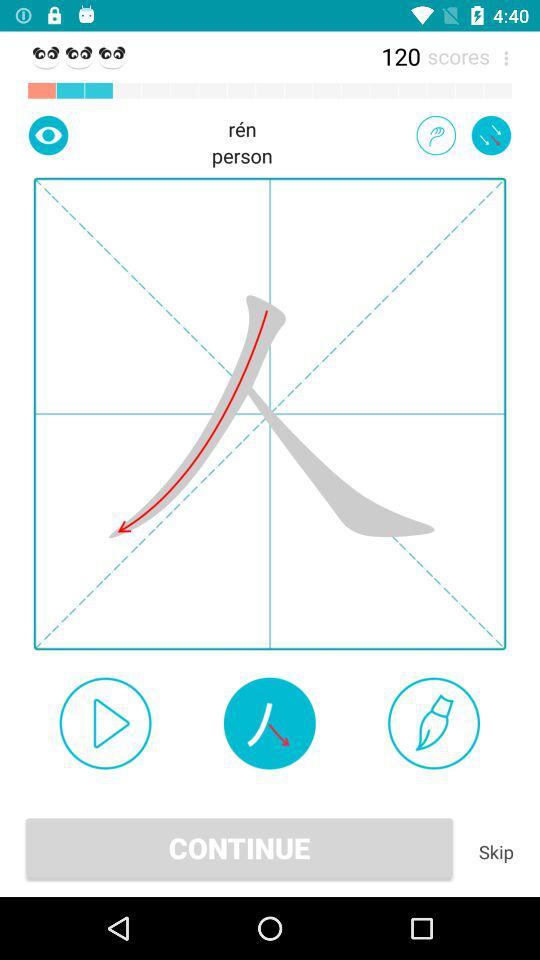  Describe the element at coordinates (433, 722) in the screenshot. I see `the icon above continue` at that location.